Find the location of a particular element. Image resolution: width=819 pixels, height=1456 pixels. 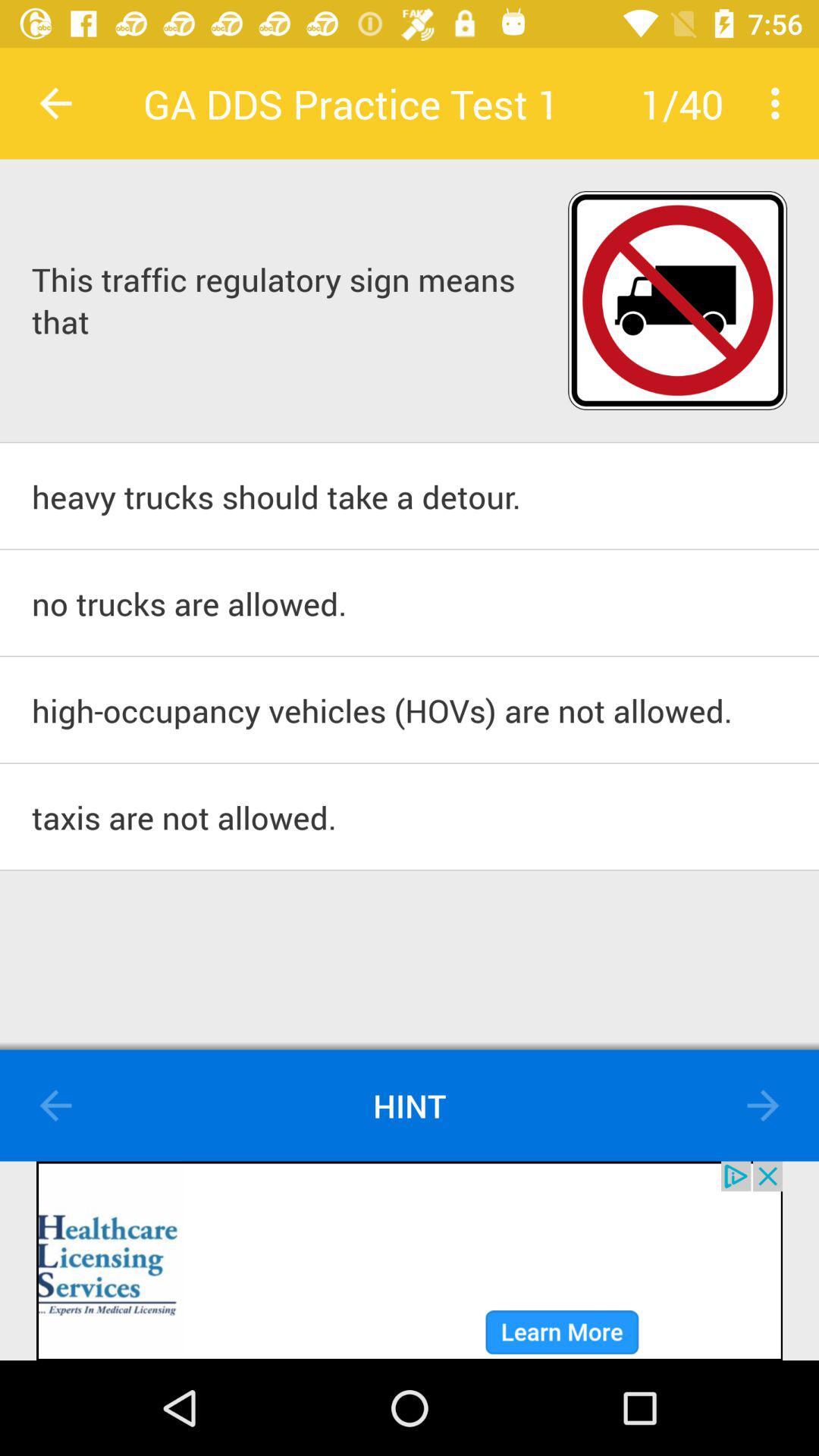

the arrow_forward icon is located at coordinates (763, 1106).